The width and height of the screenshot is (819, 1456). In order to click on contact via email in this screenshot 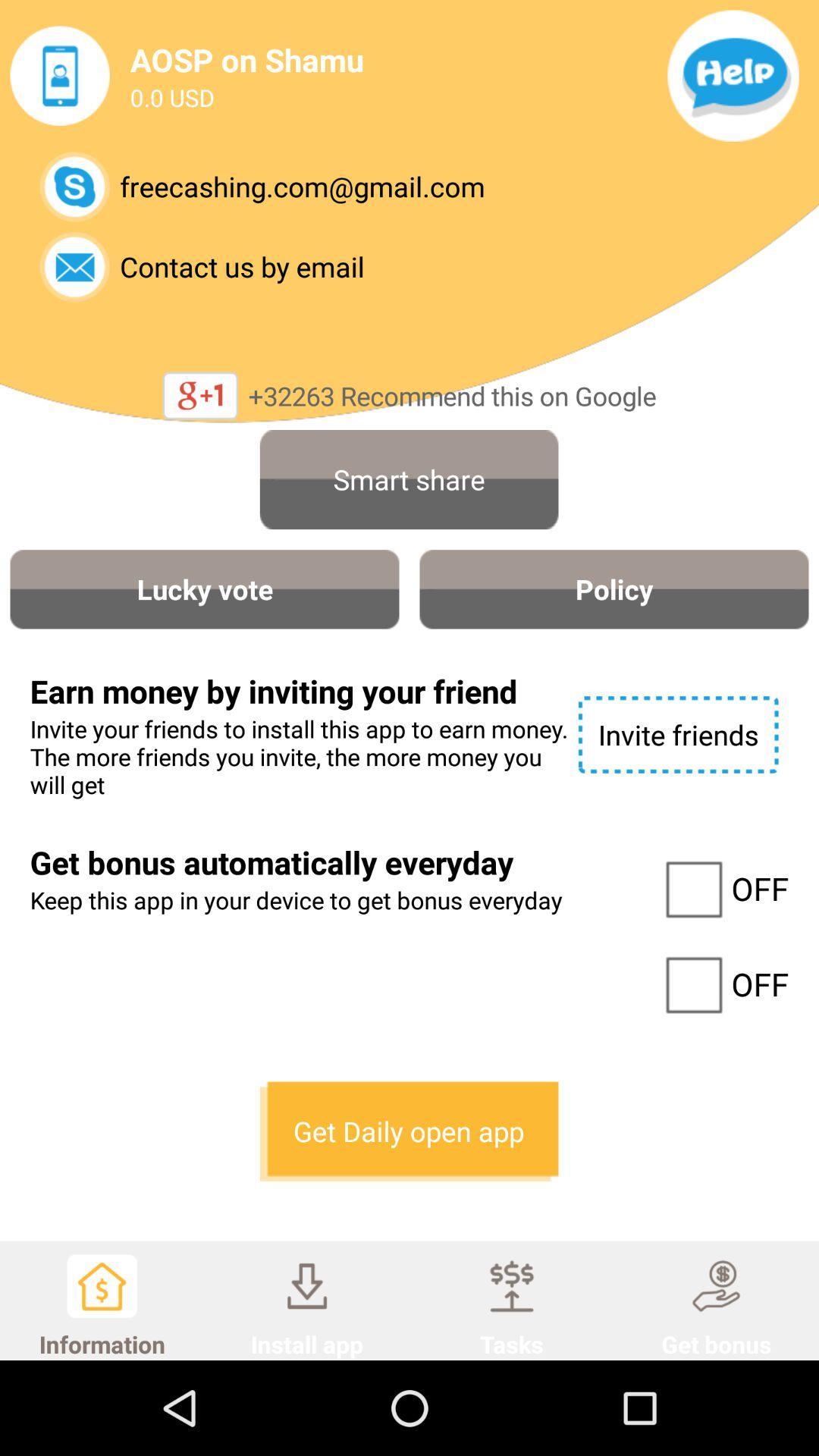, I will do `click(74, 267)`.